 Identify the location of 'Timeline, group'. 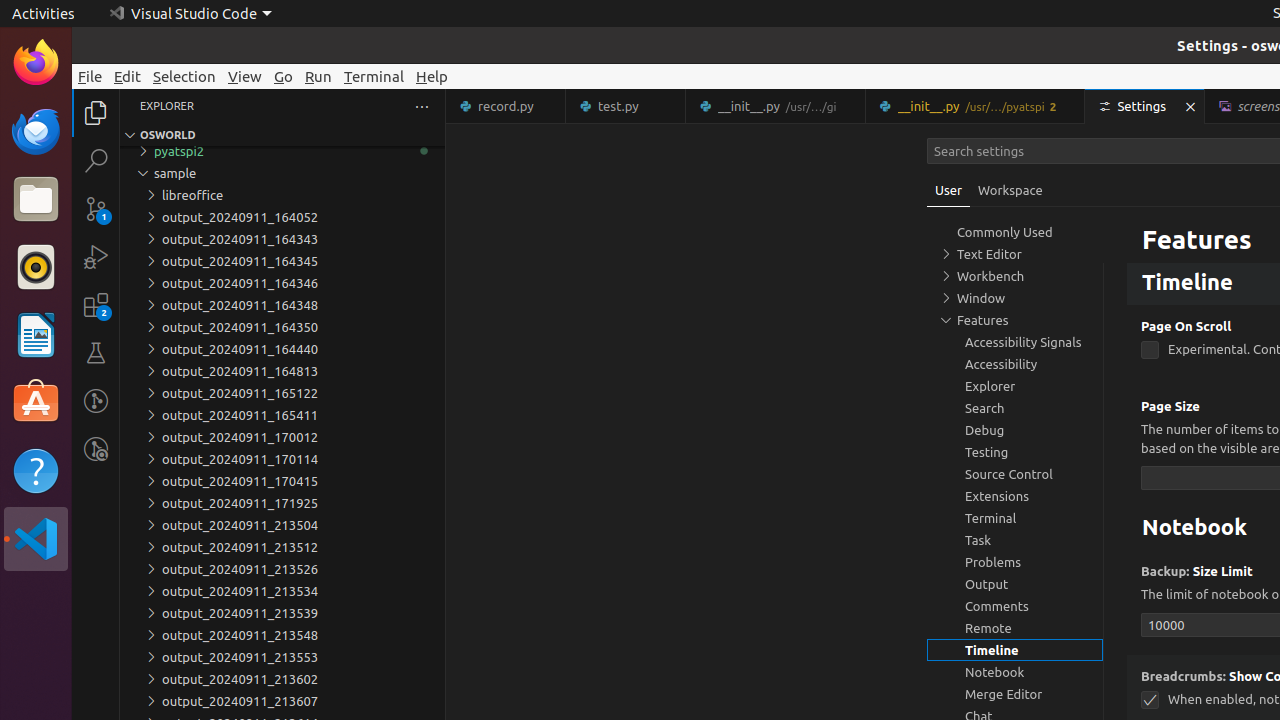
(1015, 650).